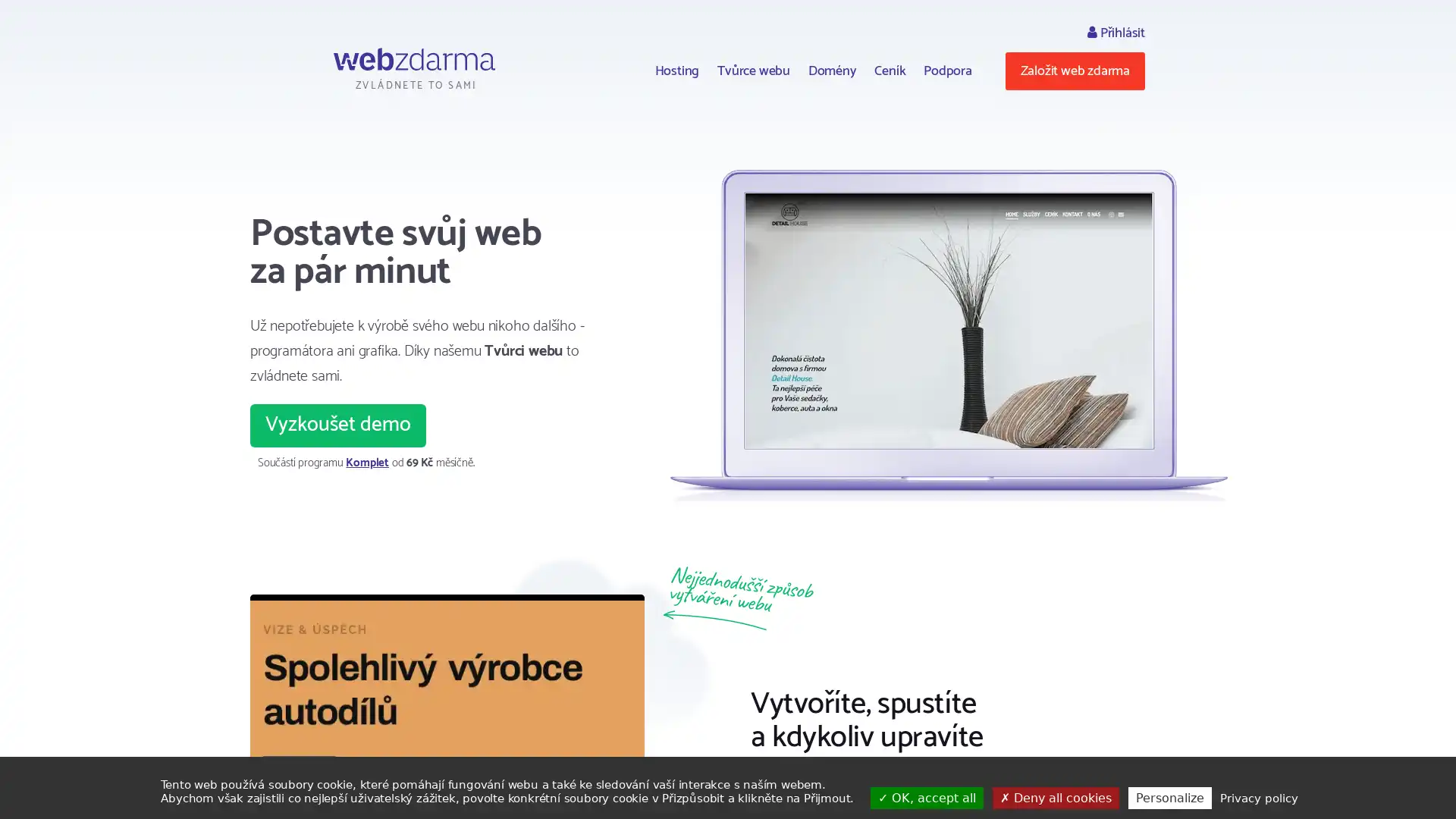 Image resolution: width=1456 pixels, height=819 pixels. What do you see at coordinates (337, 425) in the screenshot?
I see `Vyzkouset demo` at bounding box center [337, 425].